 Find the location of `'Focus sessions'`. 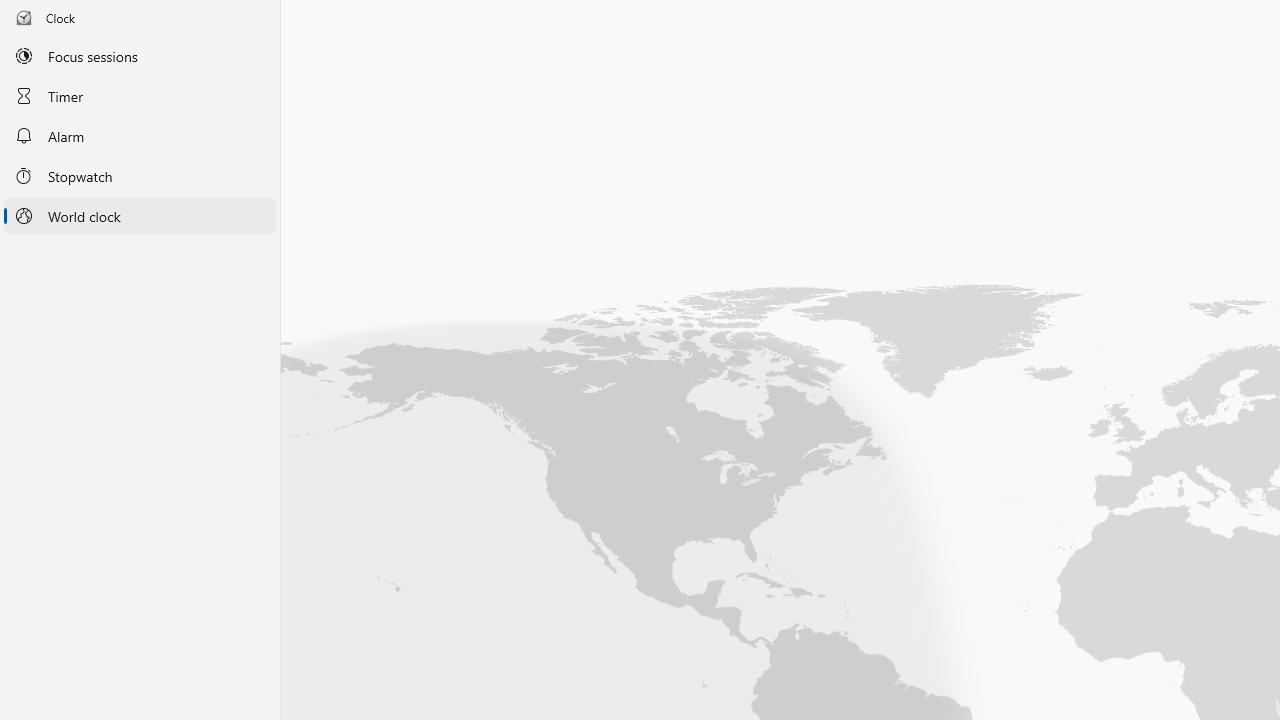

'Focus sessions' is located at coordinates (139, 55).